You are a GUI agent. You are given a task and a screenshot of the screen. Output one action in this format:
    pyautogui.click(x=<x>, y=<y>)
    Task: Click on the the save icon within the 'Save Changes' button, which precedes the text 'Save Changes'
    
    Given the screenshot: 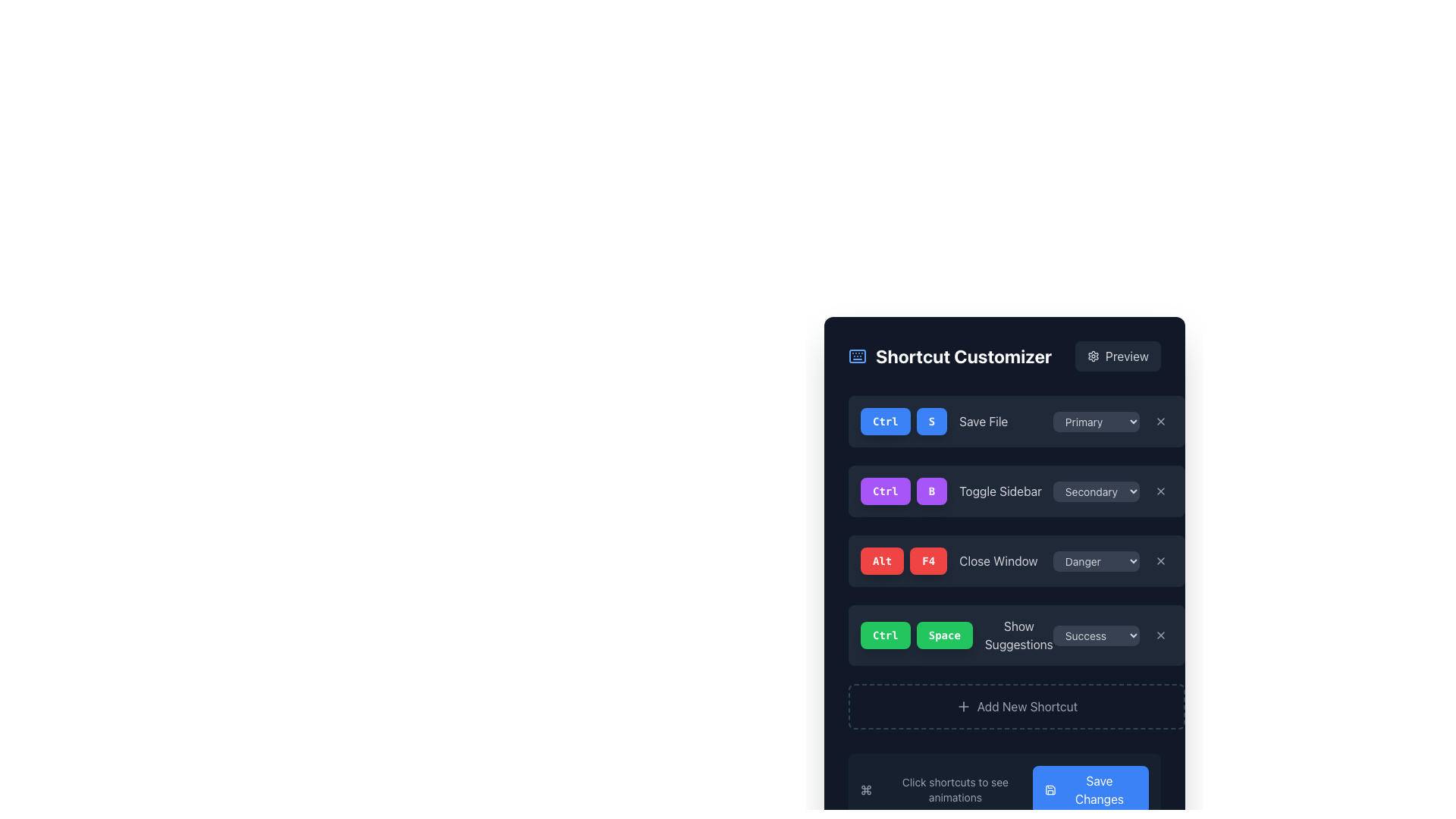 What is the action you would take?
    pyautogui.click(x=1050, y=789)
    